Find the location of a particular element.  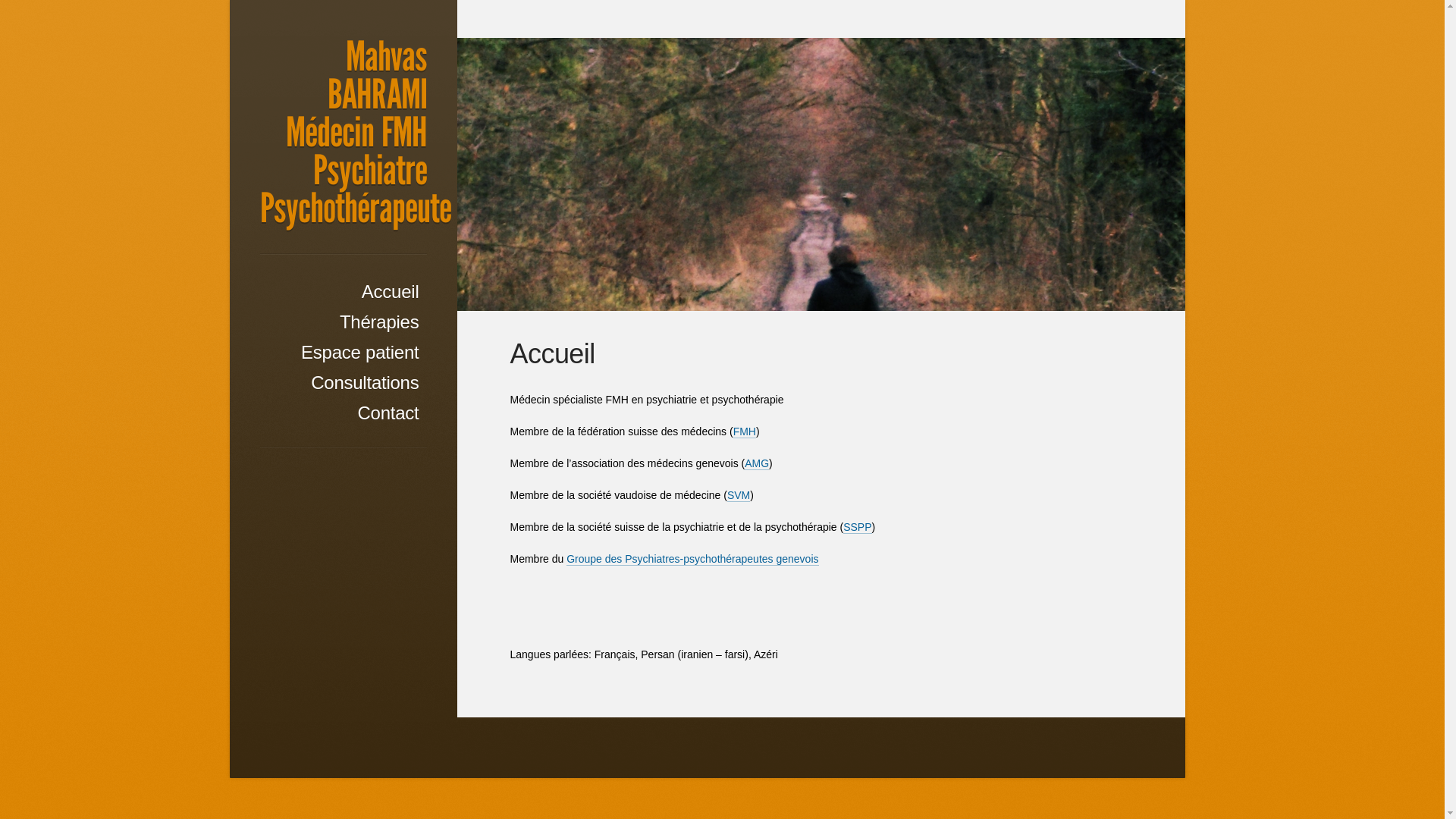

'FMH' is located at coordinates (745, 431).